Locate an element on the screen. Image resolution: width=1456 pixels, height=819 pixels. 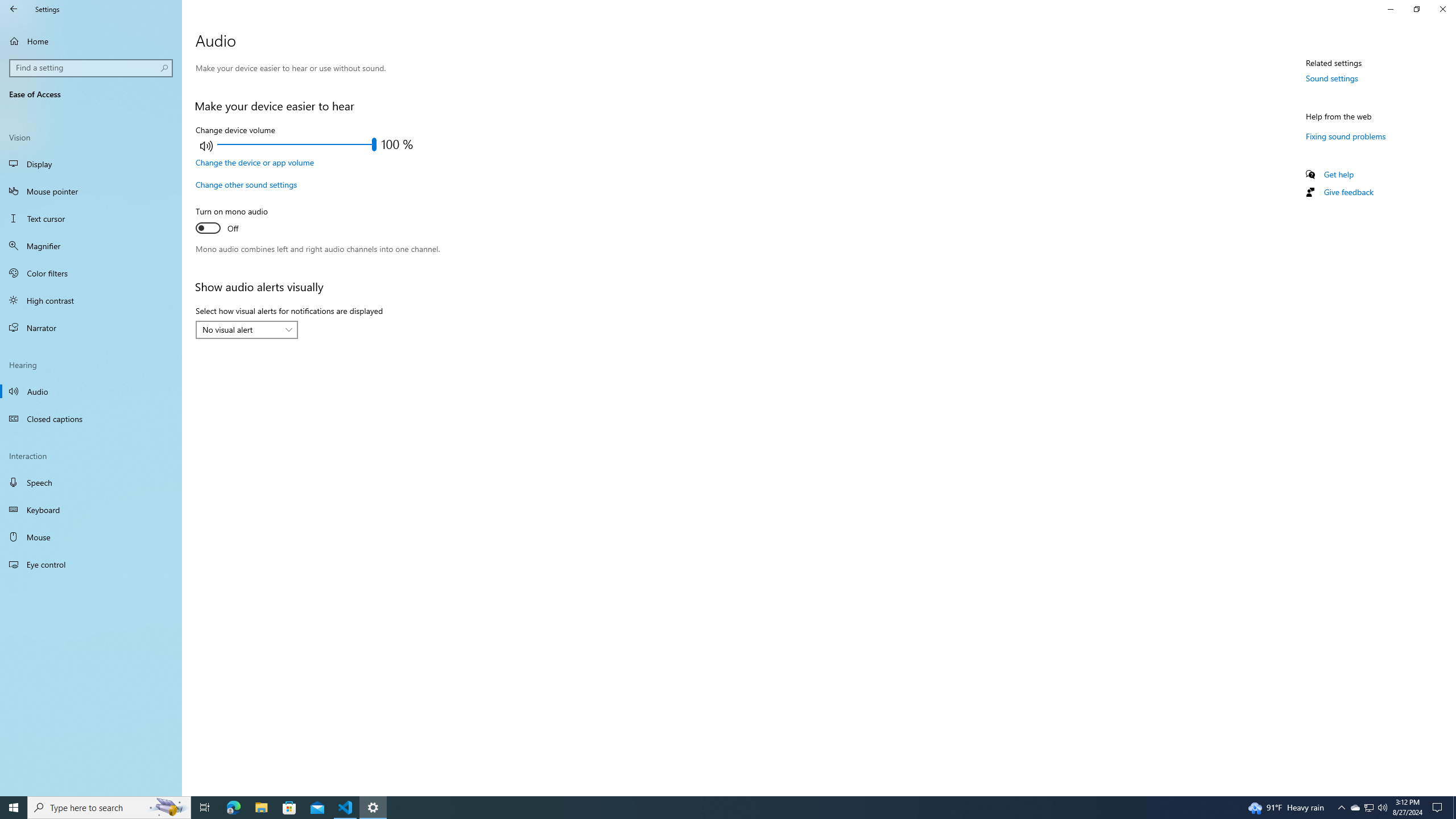
'High contrast' is located at coordinates (90, 299).